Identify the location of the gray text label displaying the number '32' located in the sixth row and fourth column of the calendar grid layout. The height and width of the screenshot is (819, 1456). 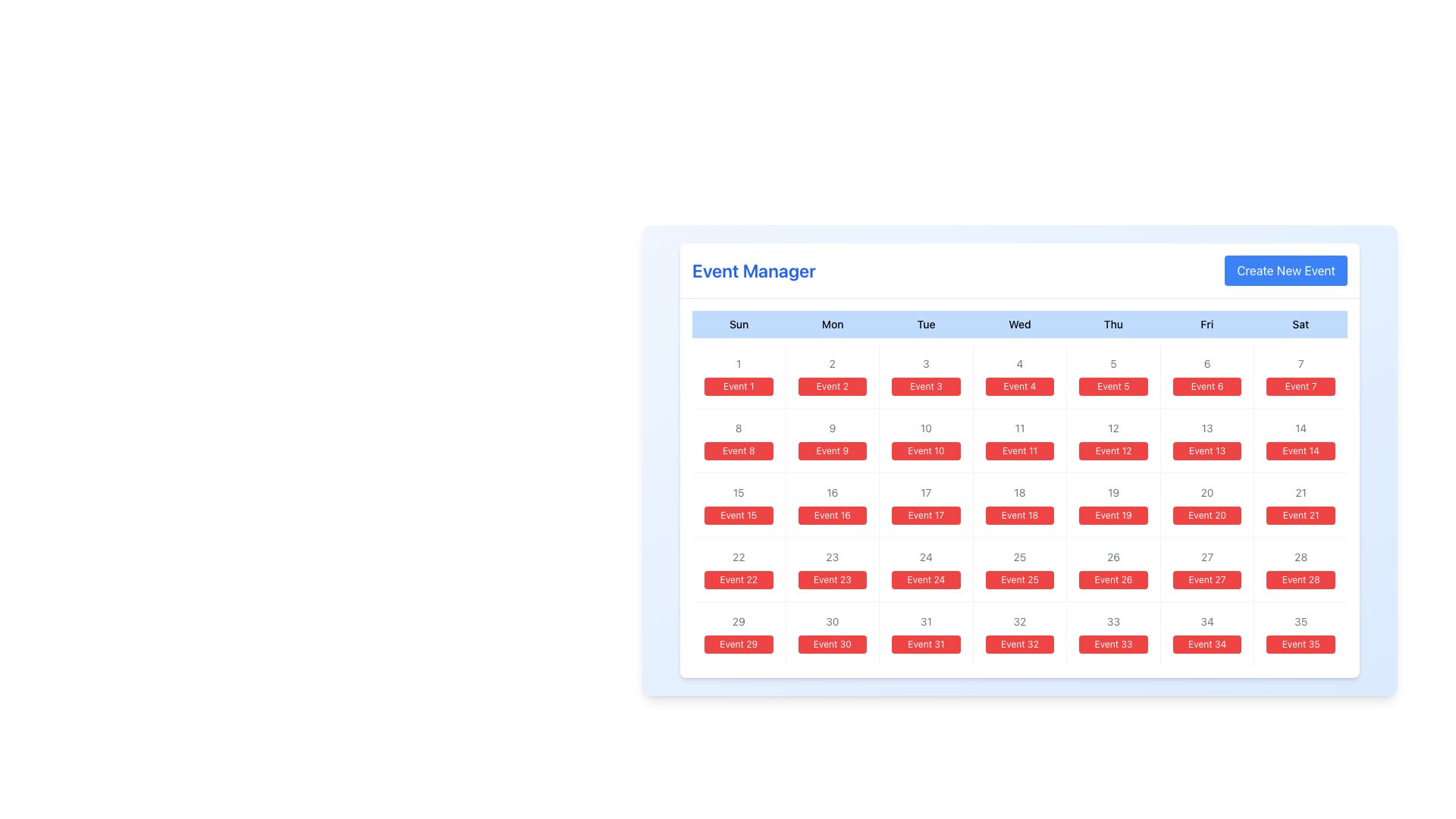
(1019, 622).